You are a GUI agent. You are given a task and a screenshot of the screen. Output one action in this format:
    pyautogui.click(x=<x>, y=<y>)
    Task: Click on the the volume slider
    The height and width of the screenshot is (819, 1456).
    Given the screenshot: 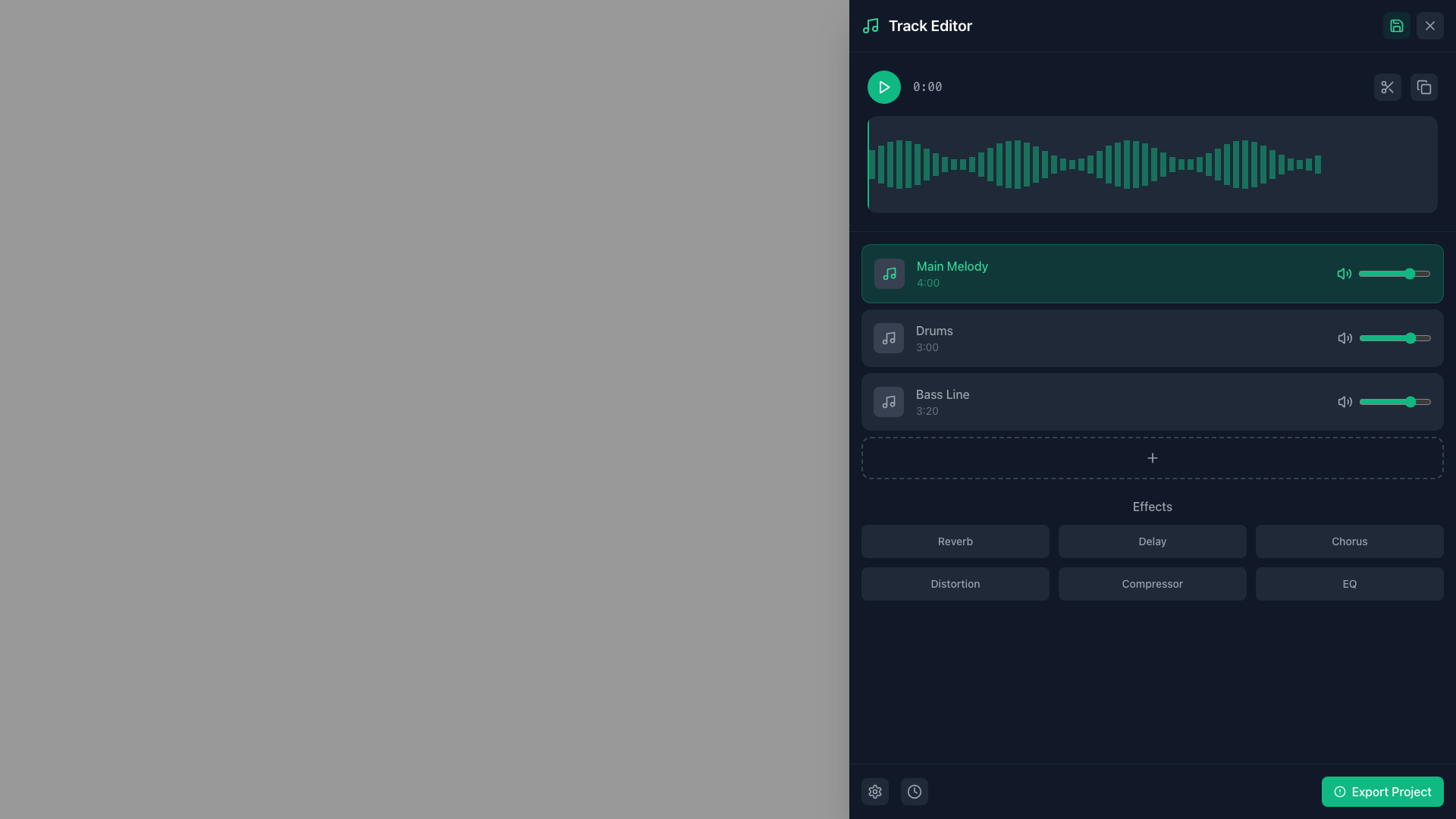 What is the action you would take?
    pyautogui.click(x=1368, y=400)
    